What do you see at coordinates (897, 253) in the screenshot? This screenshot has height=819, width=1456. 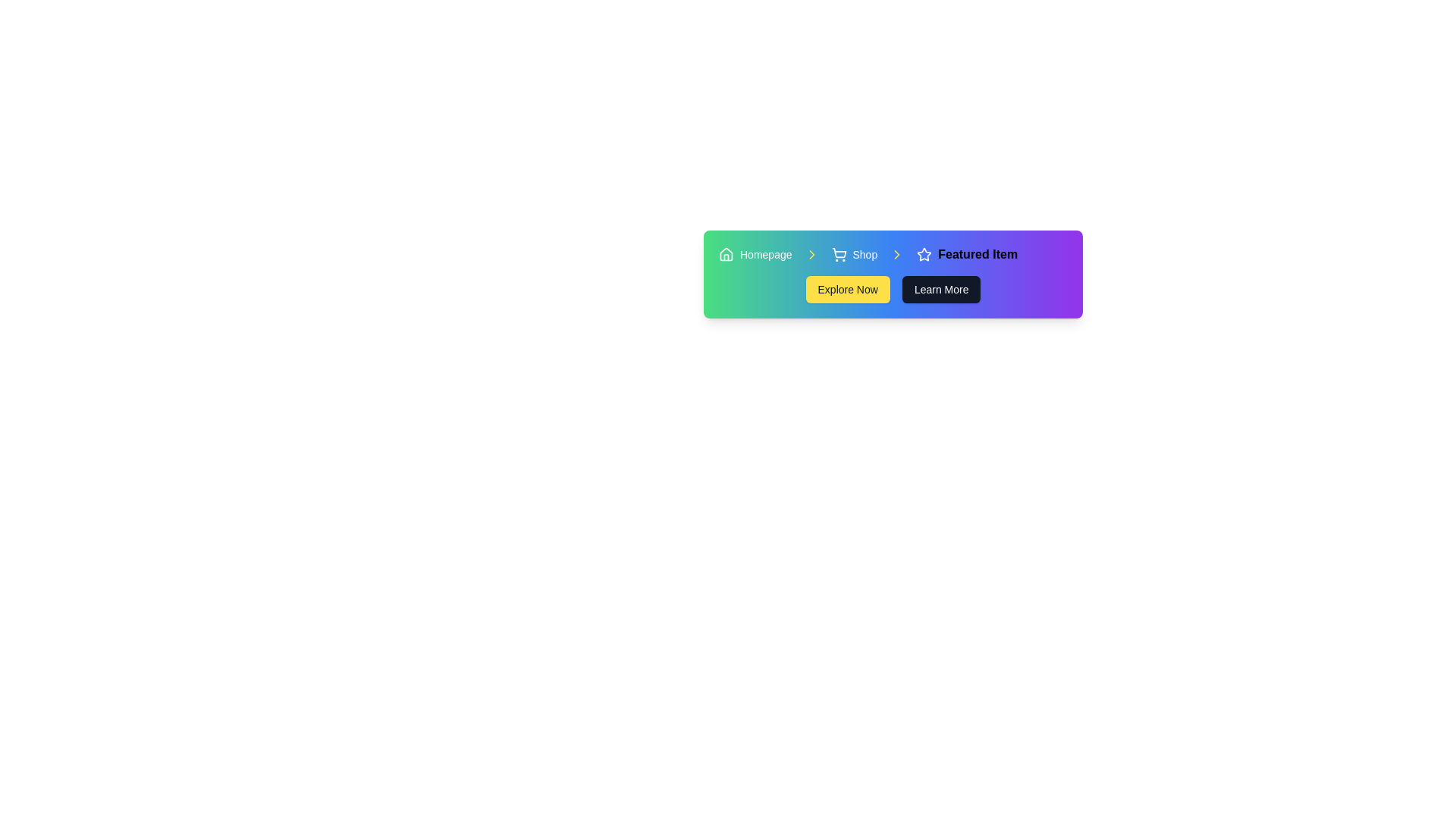 I see `the rightward-facing chevron icon` at bounding box center [897, 253].